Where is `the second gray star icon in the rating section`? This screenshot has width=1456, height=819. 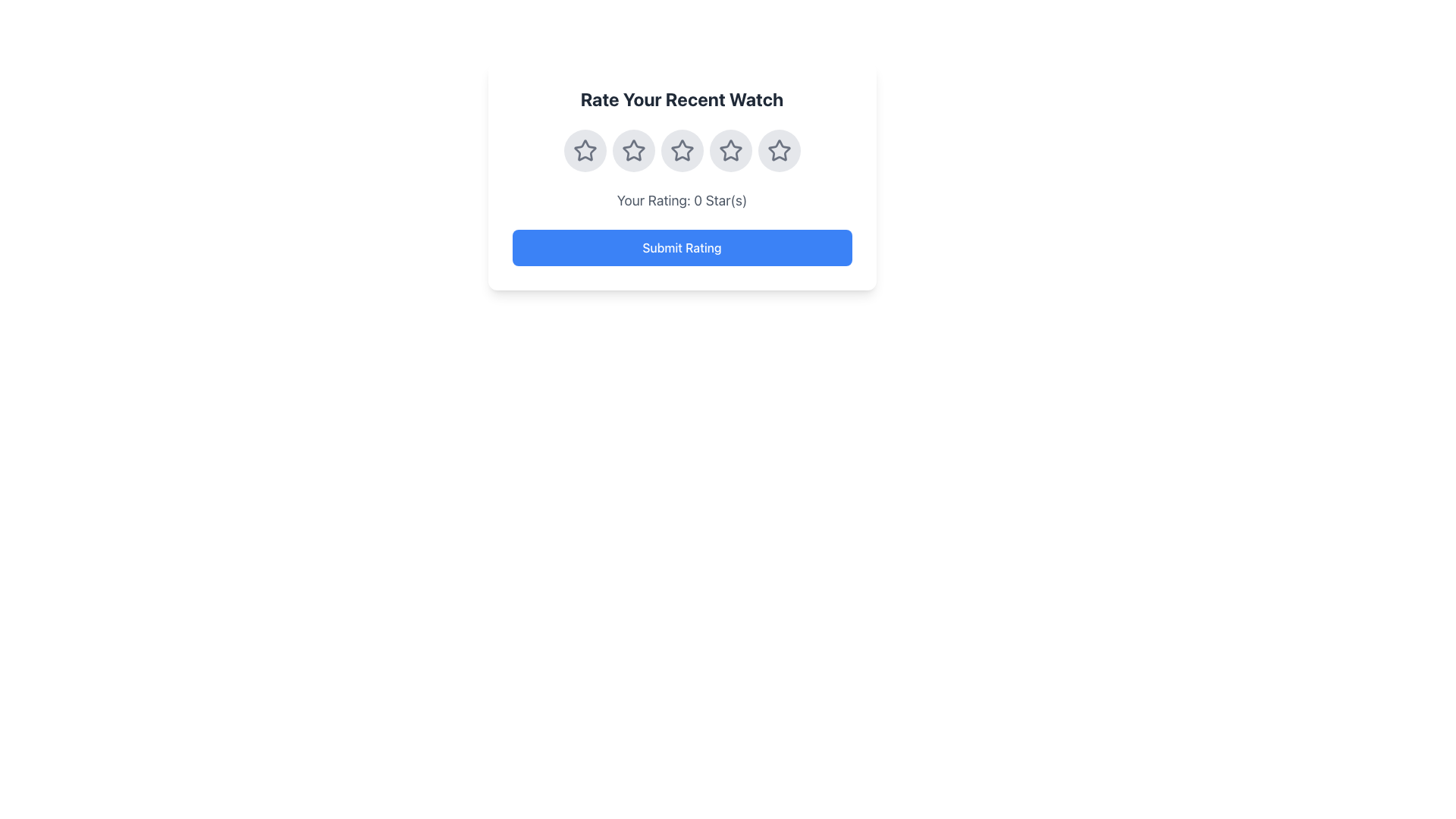
the second gray star icon in the rating section is located at coordinates (633, 151).